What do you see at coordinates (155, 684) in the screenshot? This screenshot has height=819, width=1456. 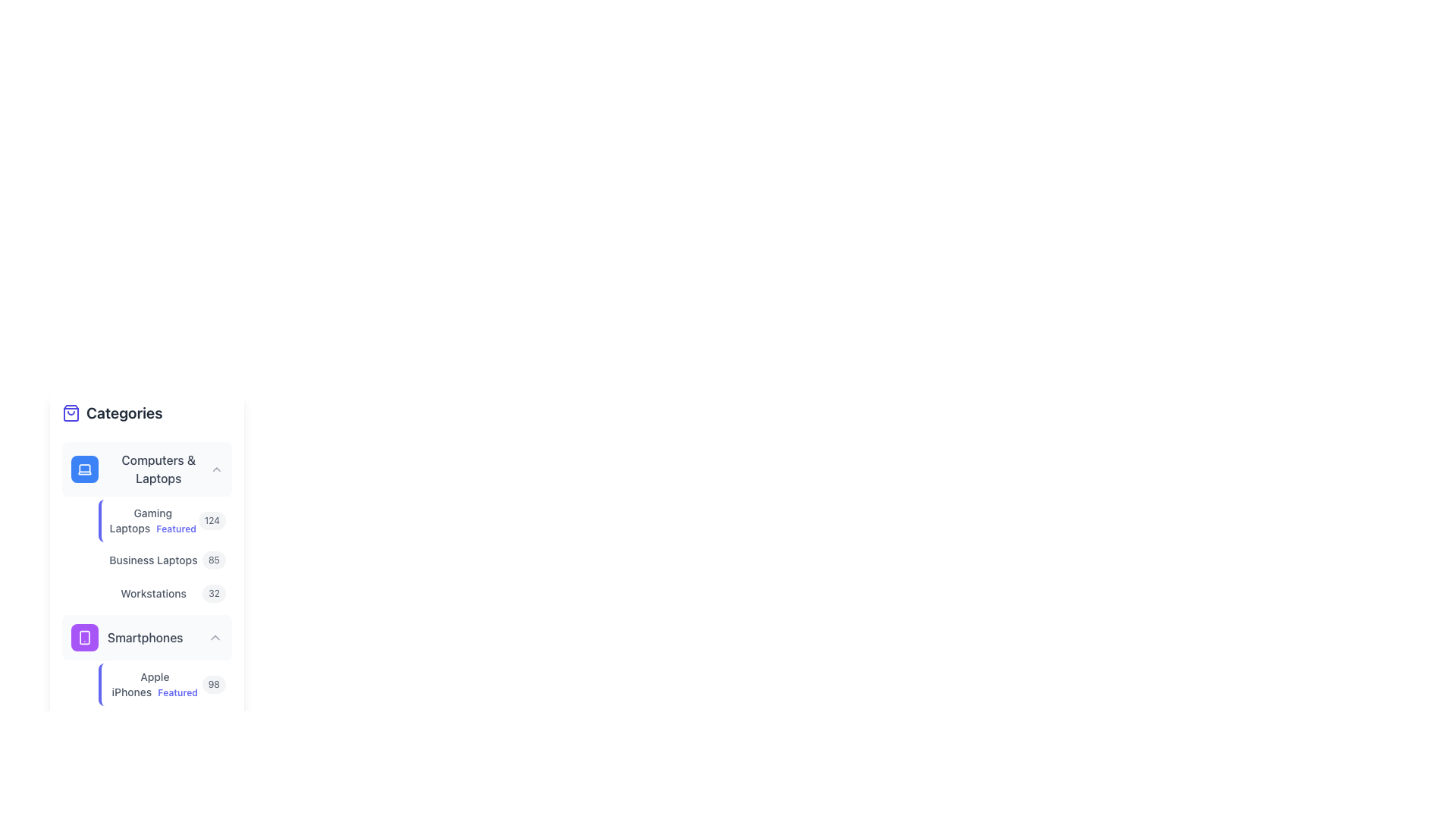 I see `the hyperlink reading 'Apple iPhones Featured'` at bounding box center [155, 684].